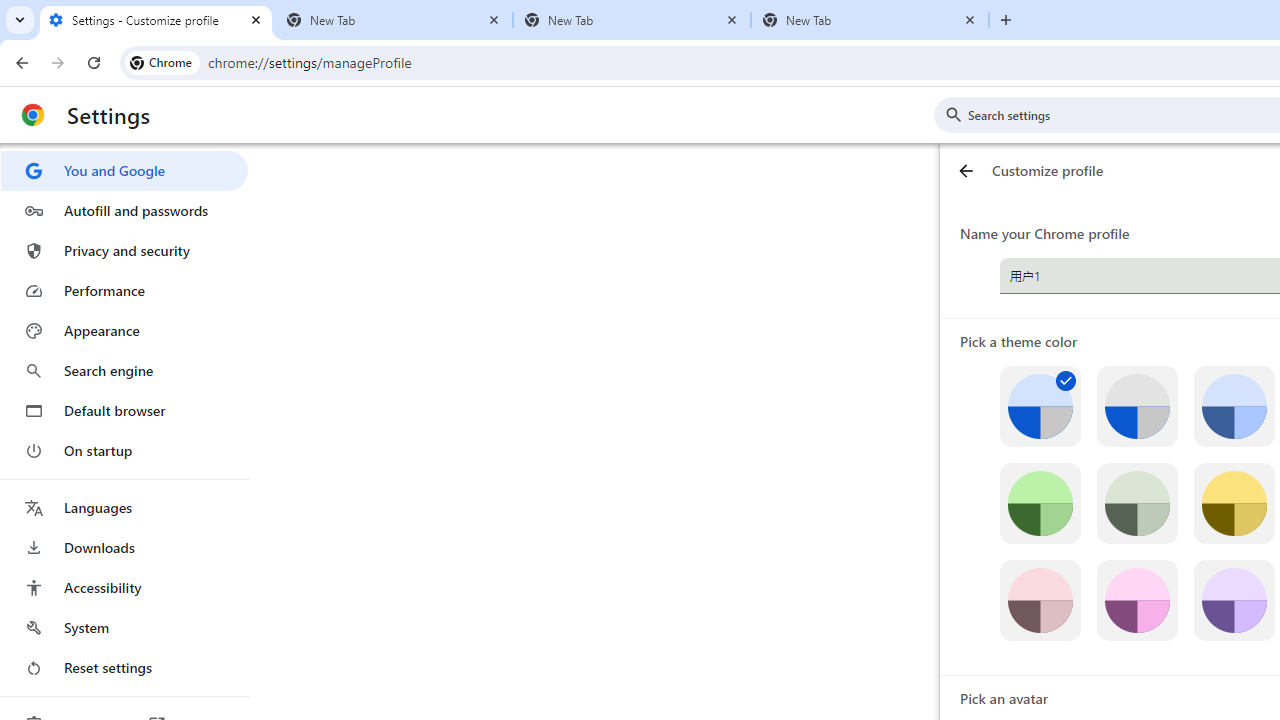  I want to click on 'New Tab', so click(870, 20).